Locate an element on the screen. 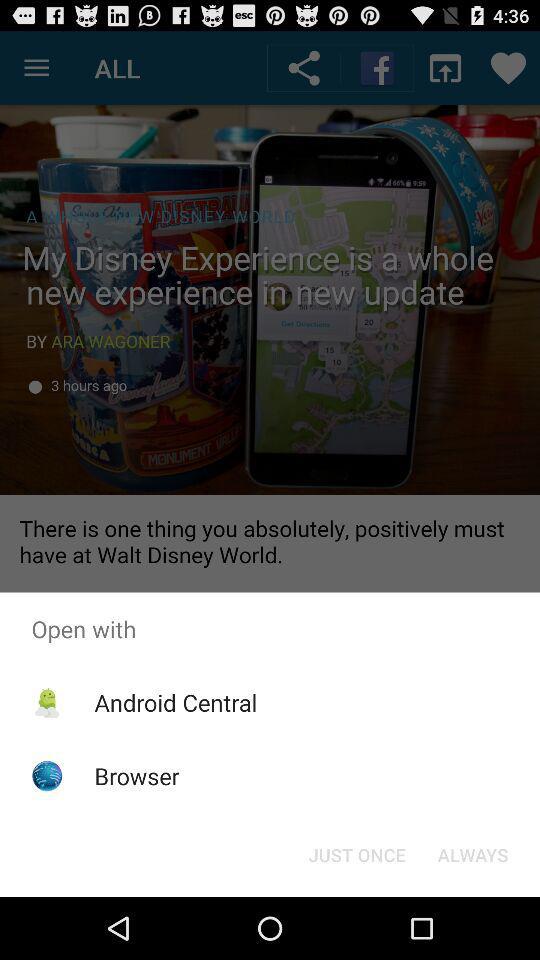  the button next to just once is located at coordinates (472, 853).